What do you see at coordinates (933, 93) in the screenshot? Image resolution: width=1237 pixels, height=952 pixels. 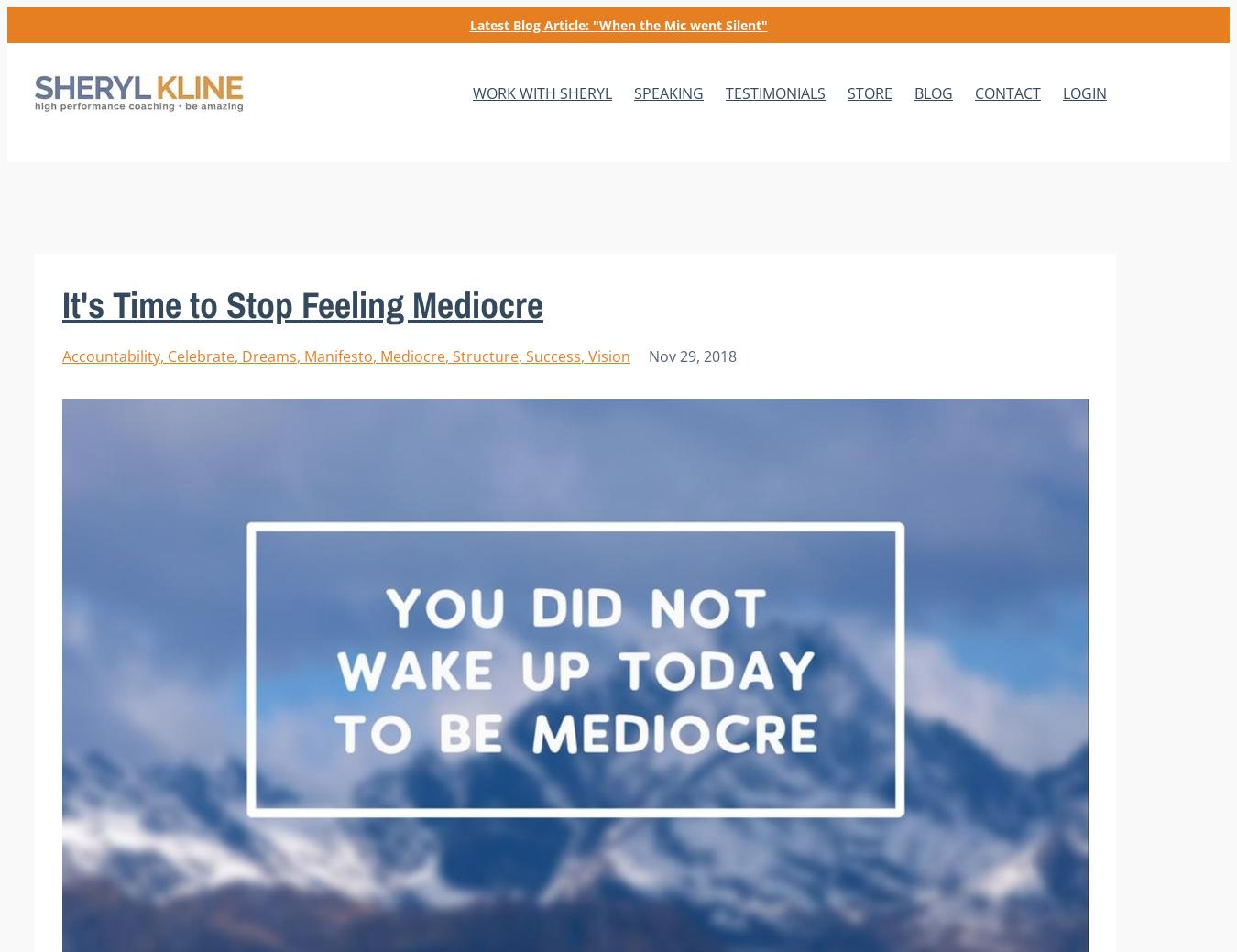 I see `'BLOG'` at bounding box center [933, 93].